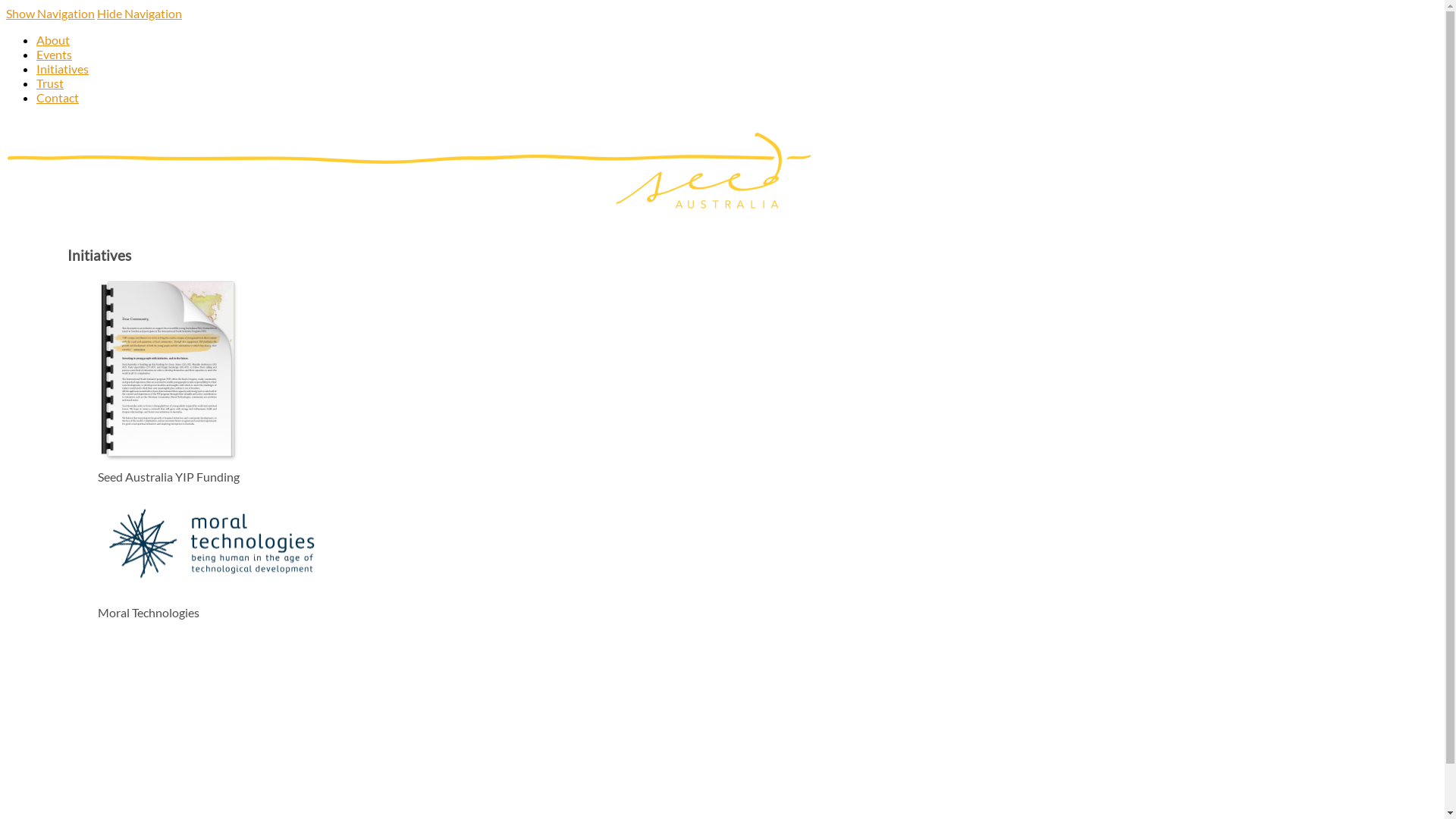 The image size is (1456, 819). Describe the element at coordinates (50, 13) in the screenshot. I see `'Show Navigation'` at that location.